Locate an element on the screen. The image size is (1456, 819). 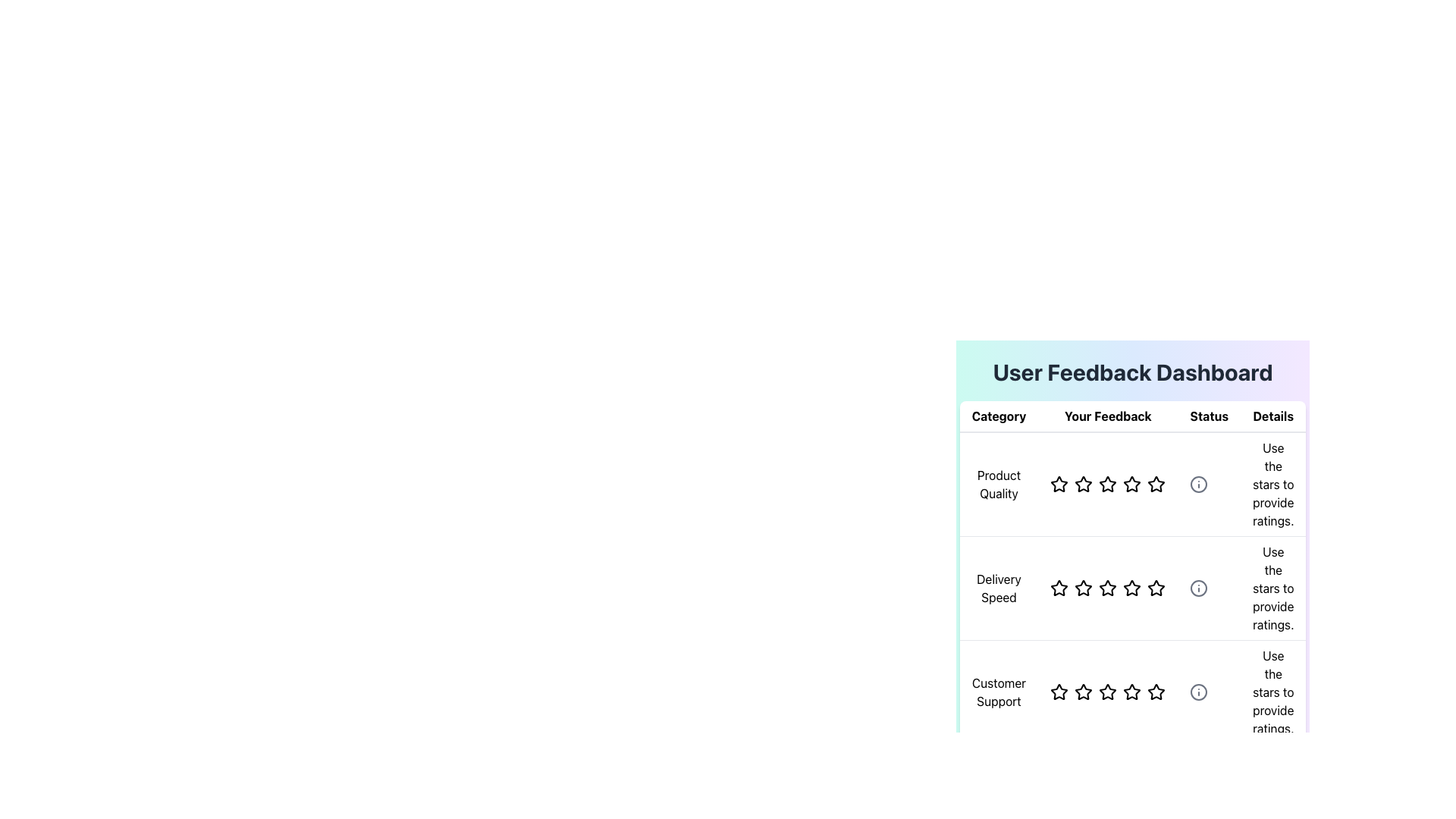
the first rating star in the 'Your Feedback' column for the 'Customer Support' category is located at coordinates (1059, 692).